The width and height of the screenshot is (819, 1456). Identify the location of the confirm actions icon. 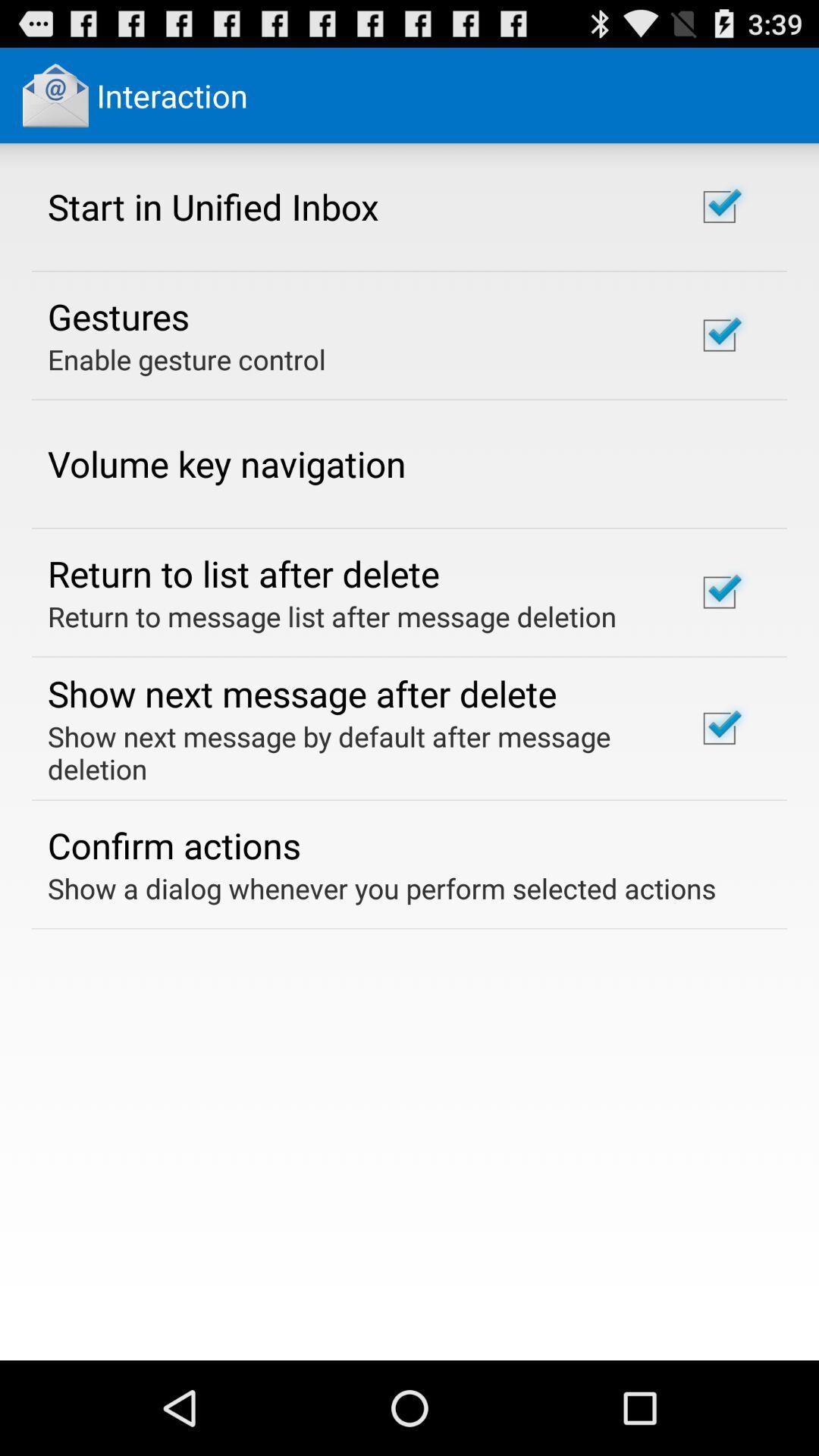
(173, 844).